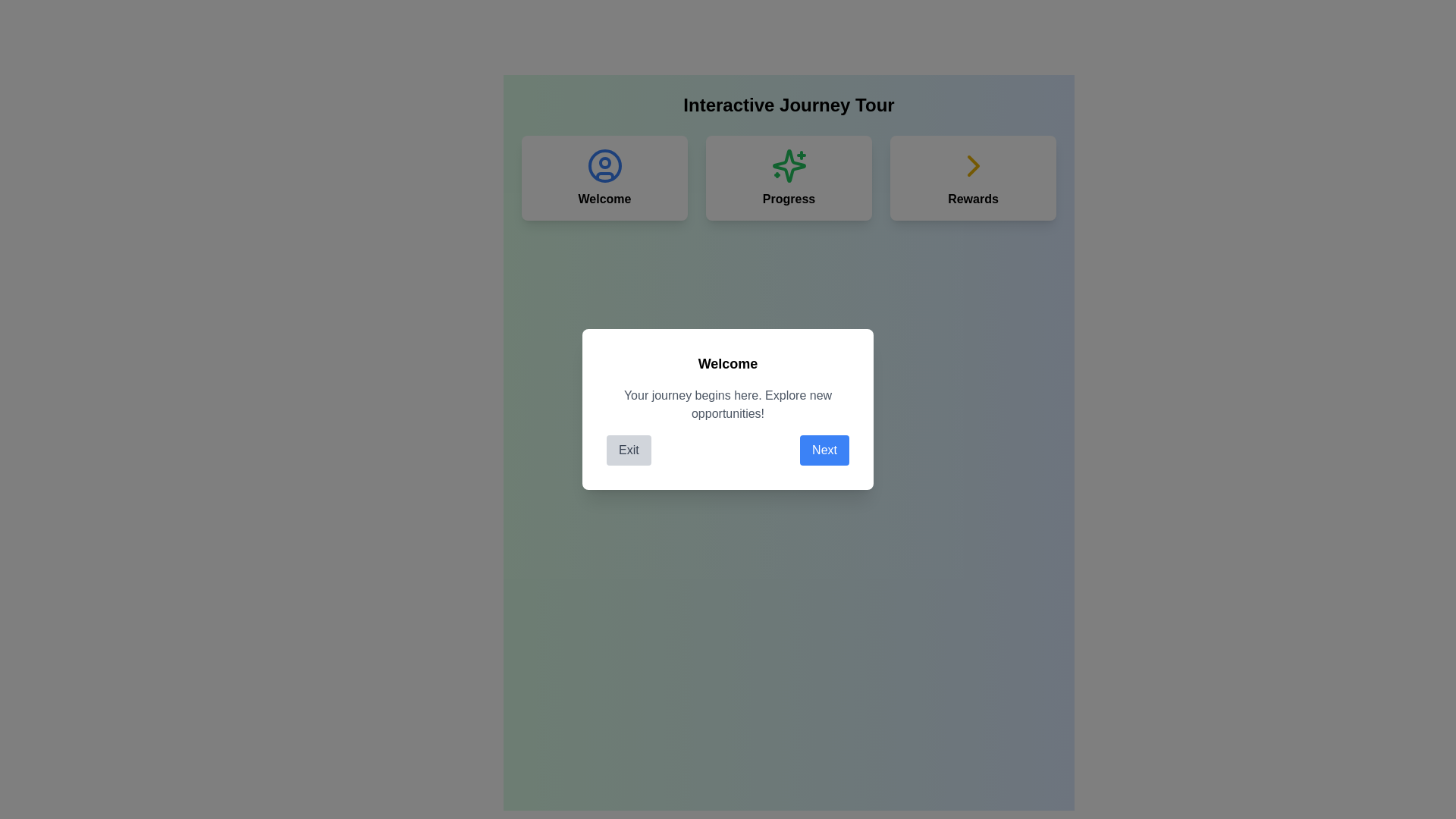 The image size is (1456, 819). What do you see at coordinates (604, 166) in the screenshot?
I see `the outermost circular component of the user icon, which is located at the leftmost position among the three icons below the 'Interactive Journey Tour' heading` at bounding box center [604, 166].